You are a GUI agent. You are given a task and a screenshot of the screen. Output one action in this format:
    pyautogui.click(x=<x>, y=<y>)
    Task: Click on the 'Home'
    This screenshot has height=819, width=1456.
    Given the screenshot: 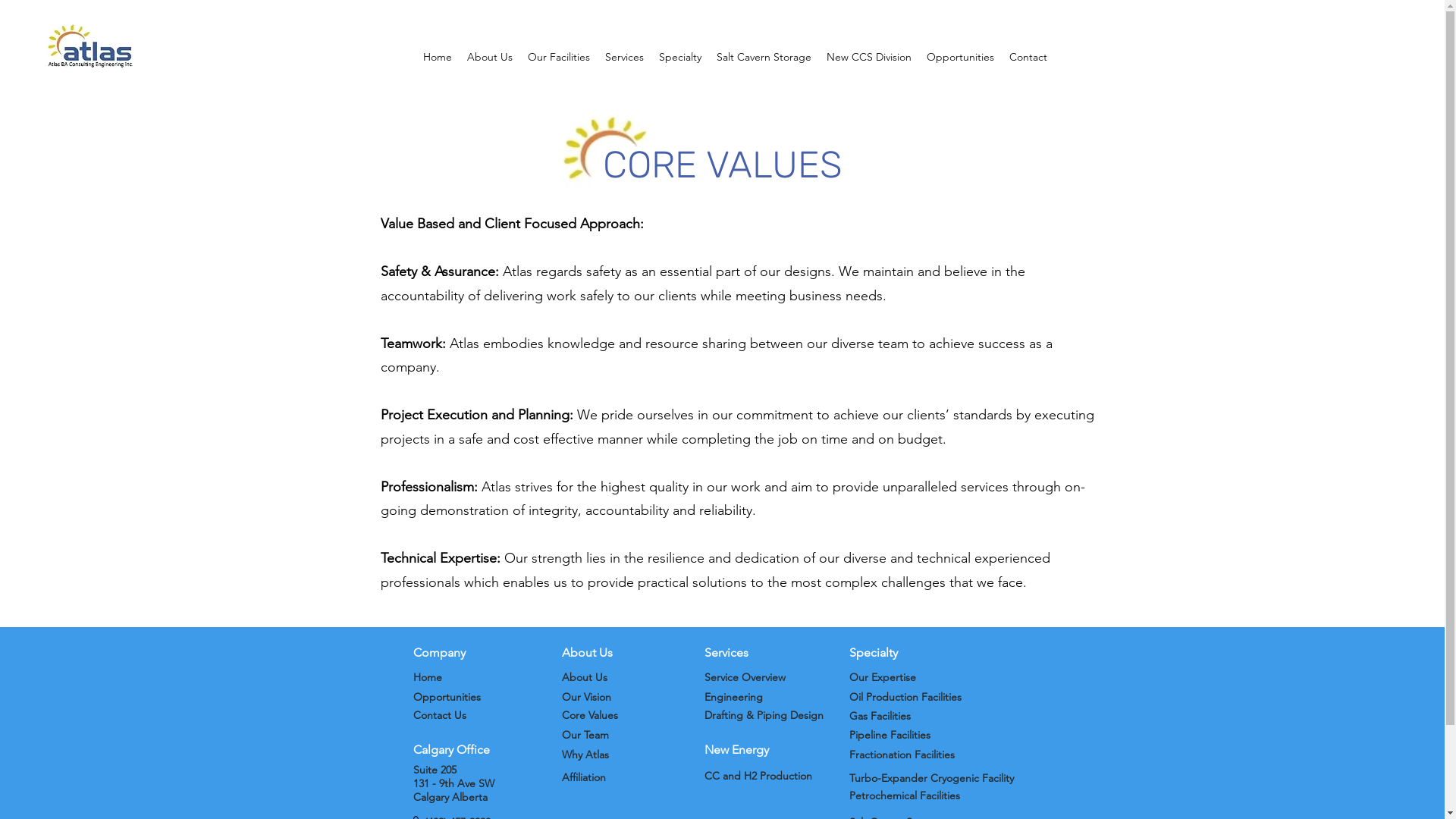 What is the action you would take?
    pyautogui.click(x=425, y=676)
    